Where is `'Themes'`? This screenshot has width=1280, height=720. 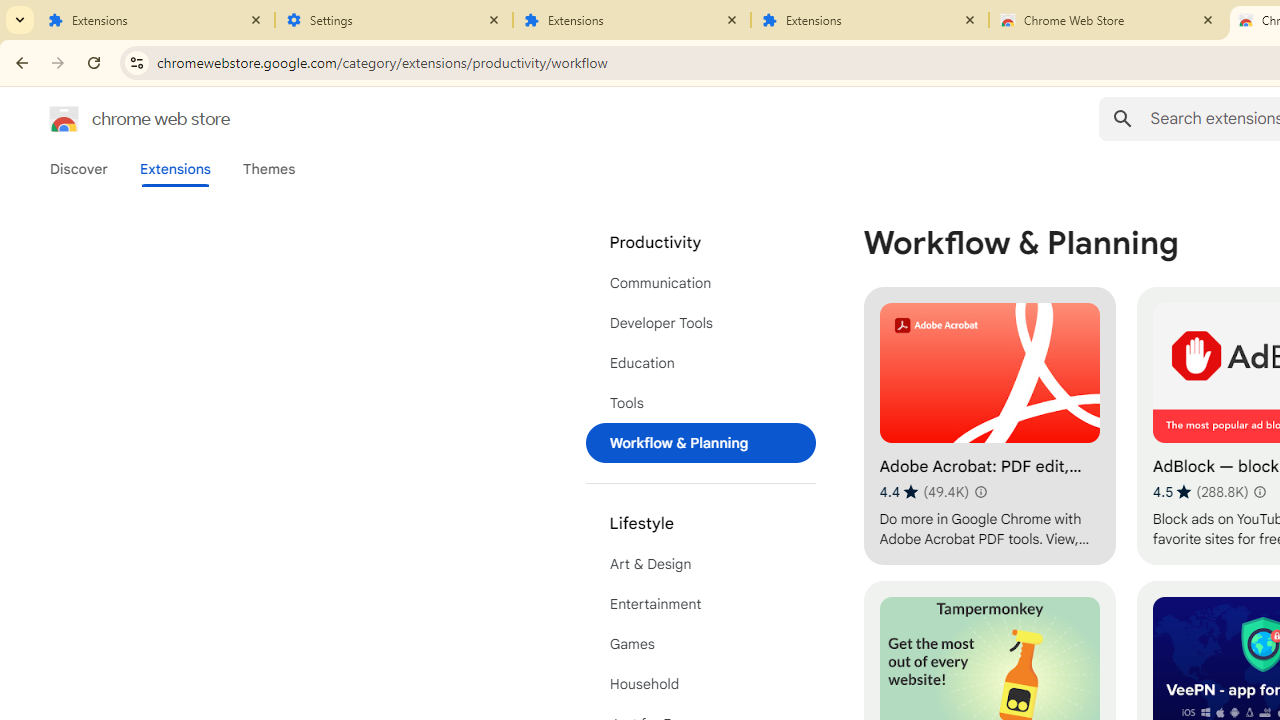 'Themes' is located at coordinates (268, 168).